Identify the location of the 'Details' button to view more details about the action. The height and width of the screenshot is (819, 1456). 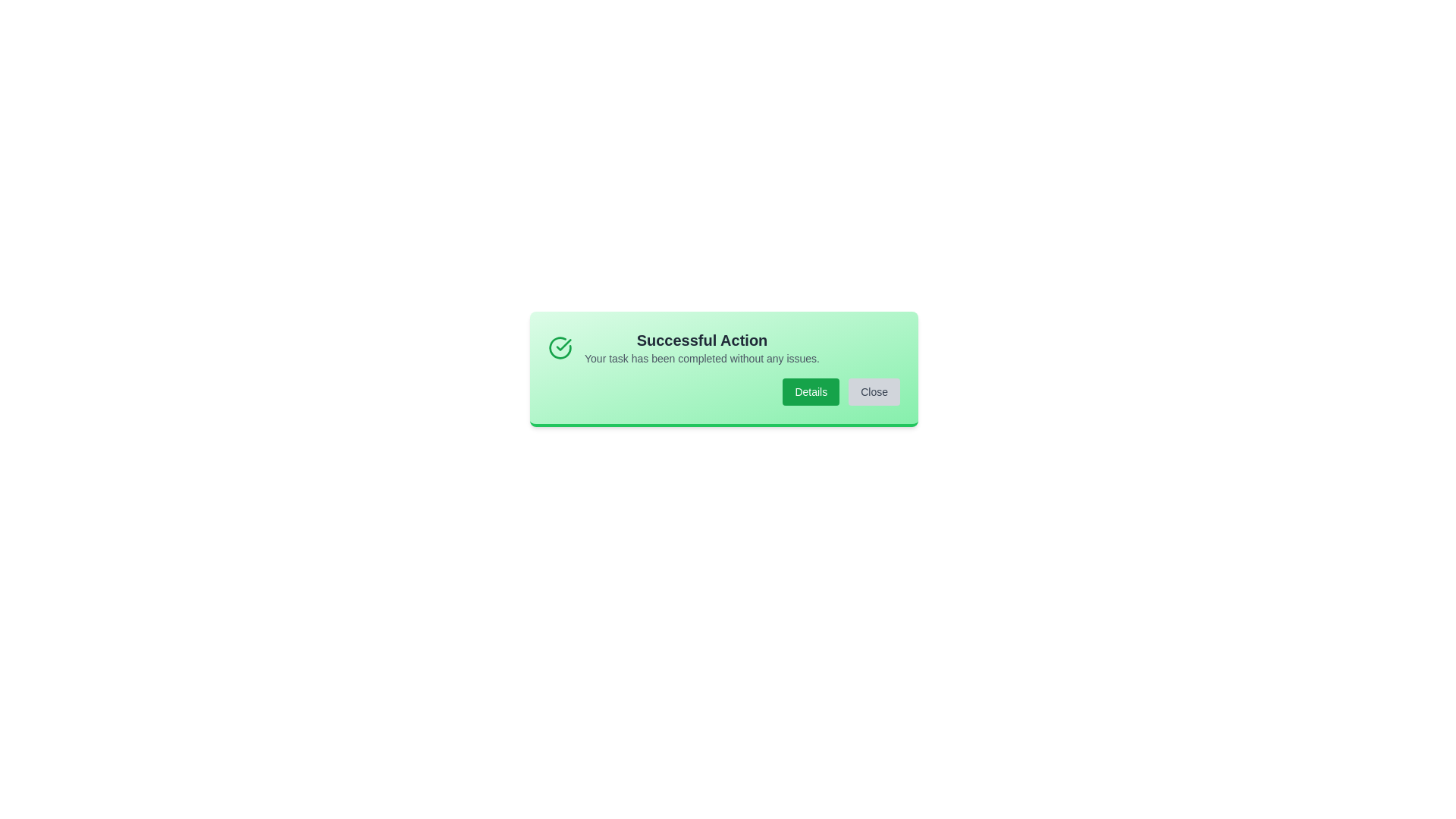
(810, 391).